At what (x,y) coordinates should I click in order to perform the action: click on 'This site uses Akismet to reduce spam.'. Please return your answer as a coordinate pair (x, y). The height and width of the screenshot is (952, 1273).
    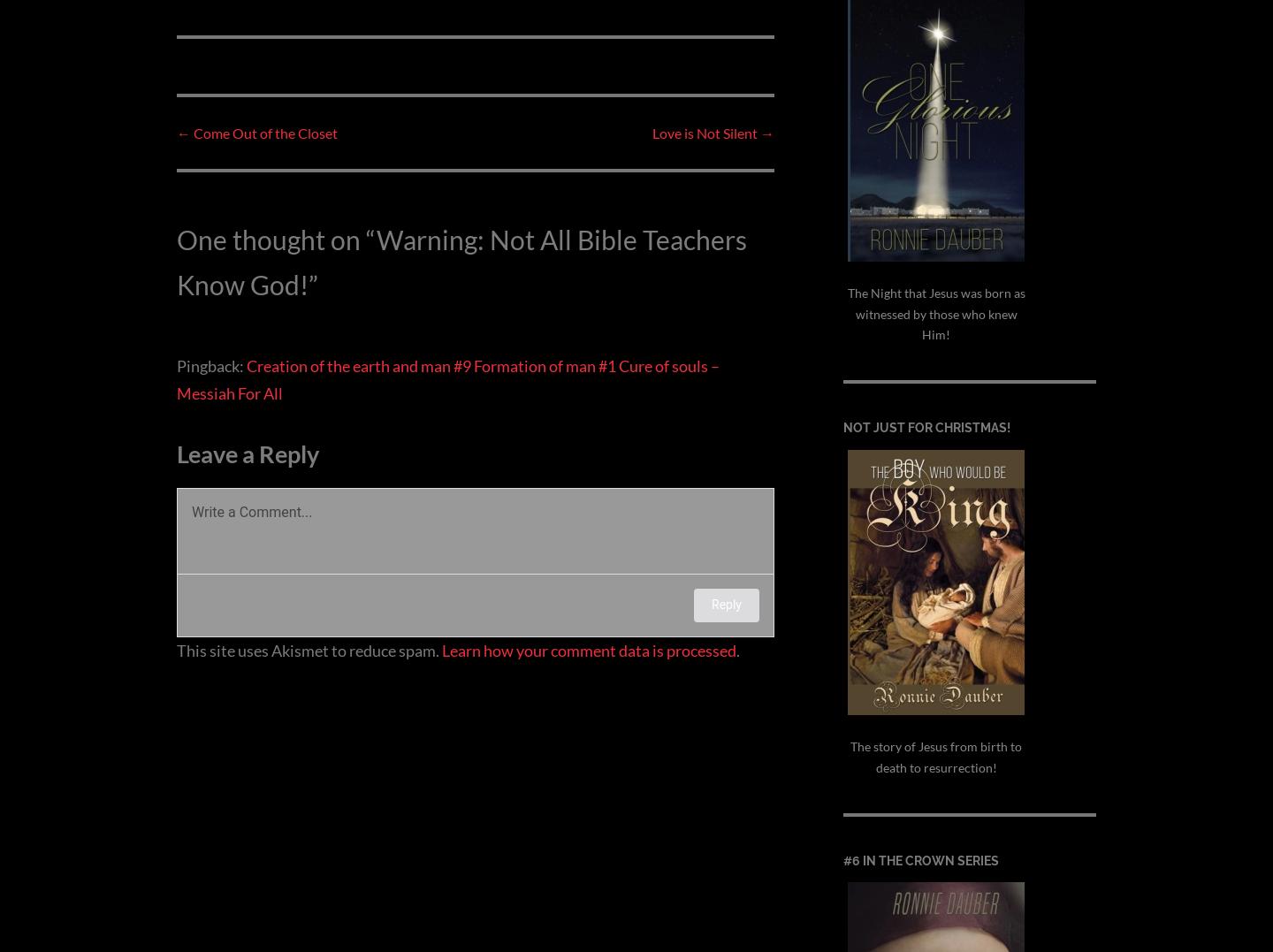
    Looking at the image, I should click on (177, 650).